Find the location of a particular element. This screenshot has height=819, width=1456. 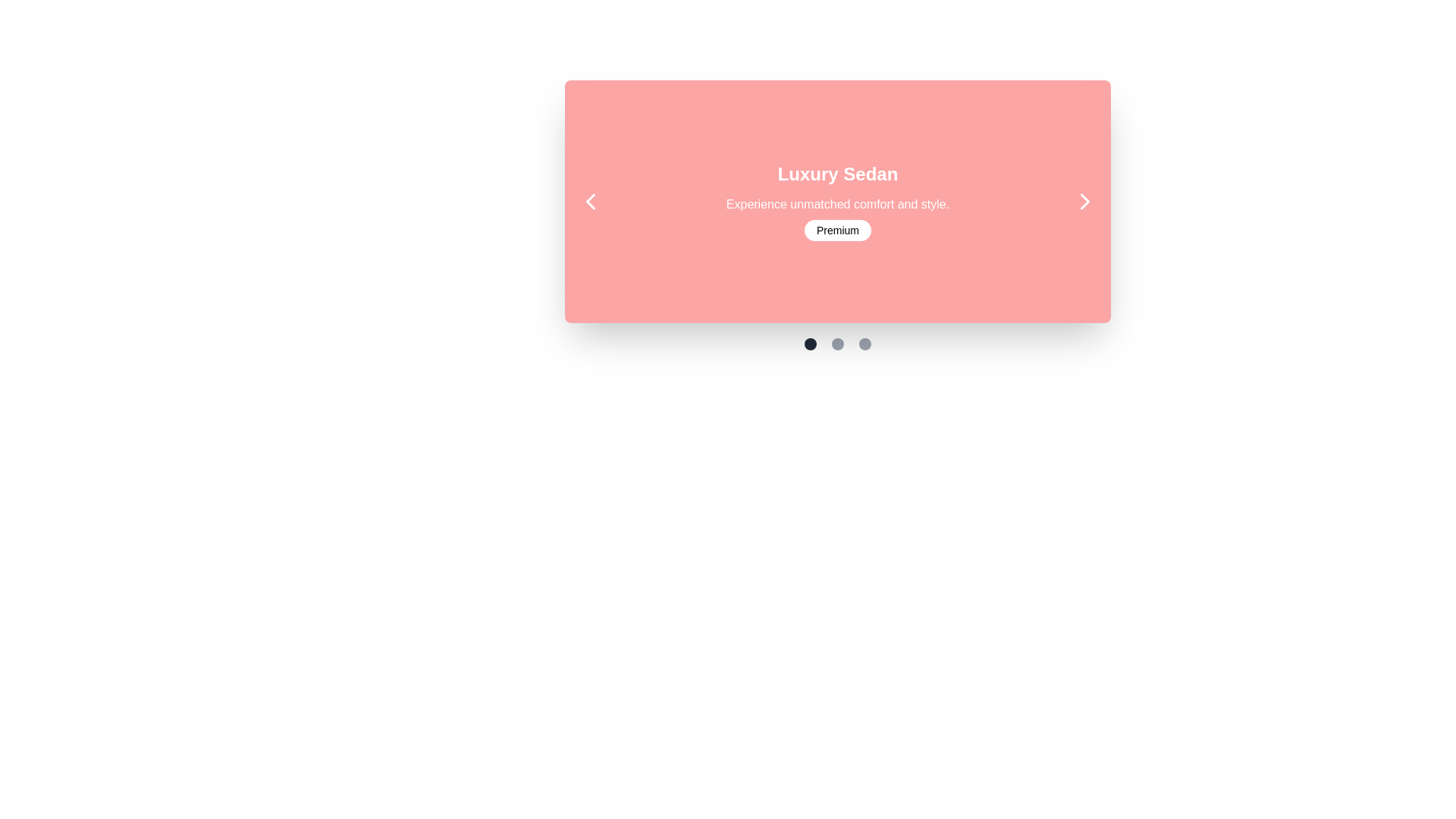

the third circular navigation button located at the bottom of the panel, which is part of a carousel or slideshow component is located at coordinates (865, 344).